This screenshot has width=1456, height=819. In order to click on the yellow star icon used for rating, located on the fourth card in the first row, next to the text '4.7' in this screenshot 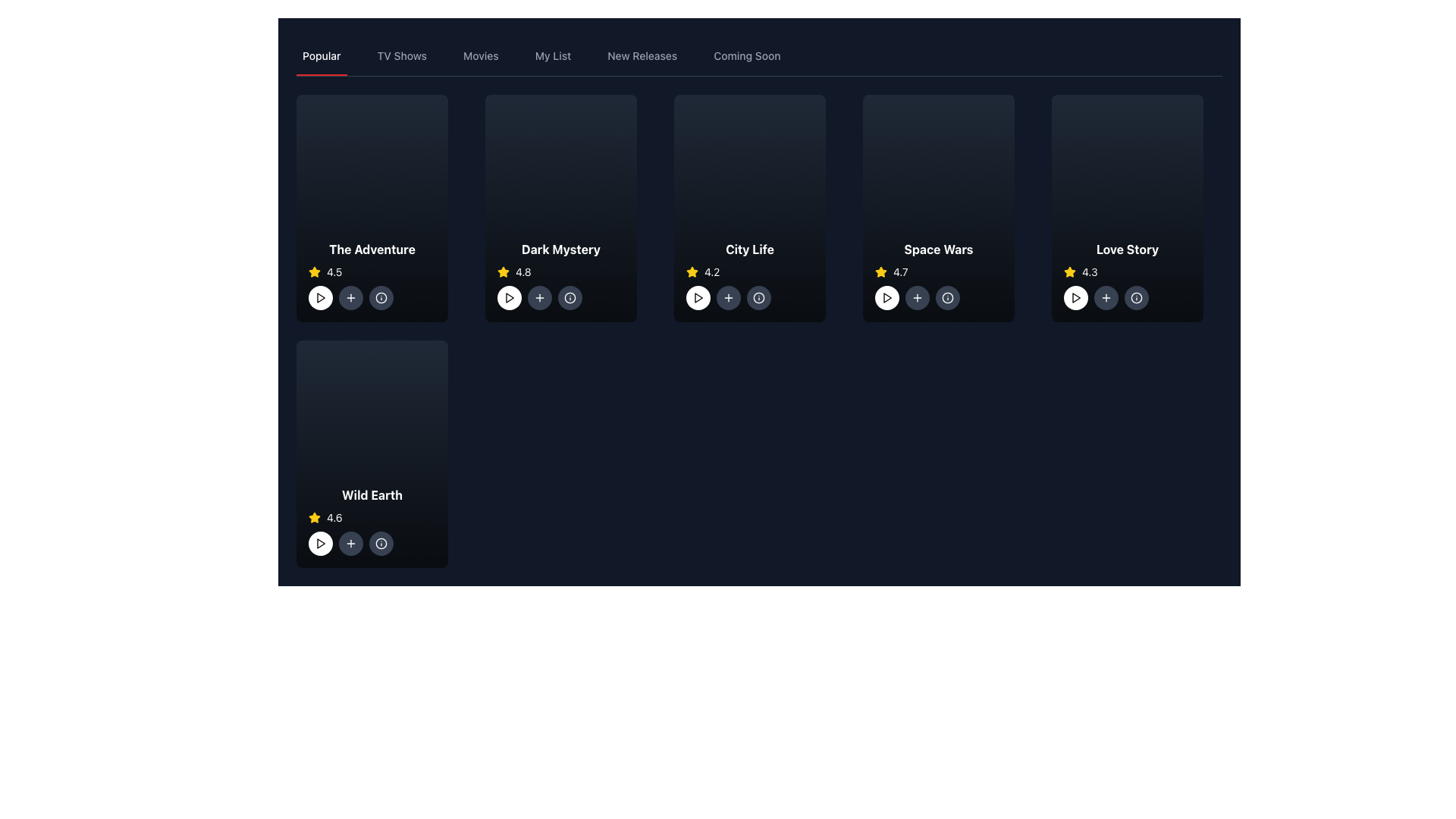, I will do `click(503, 271)`.